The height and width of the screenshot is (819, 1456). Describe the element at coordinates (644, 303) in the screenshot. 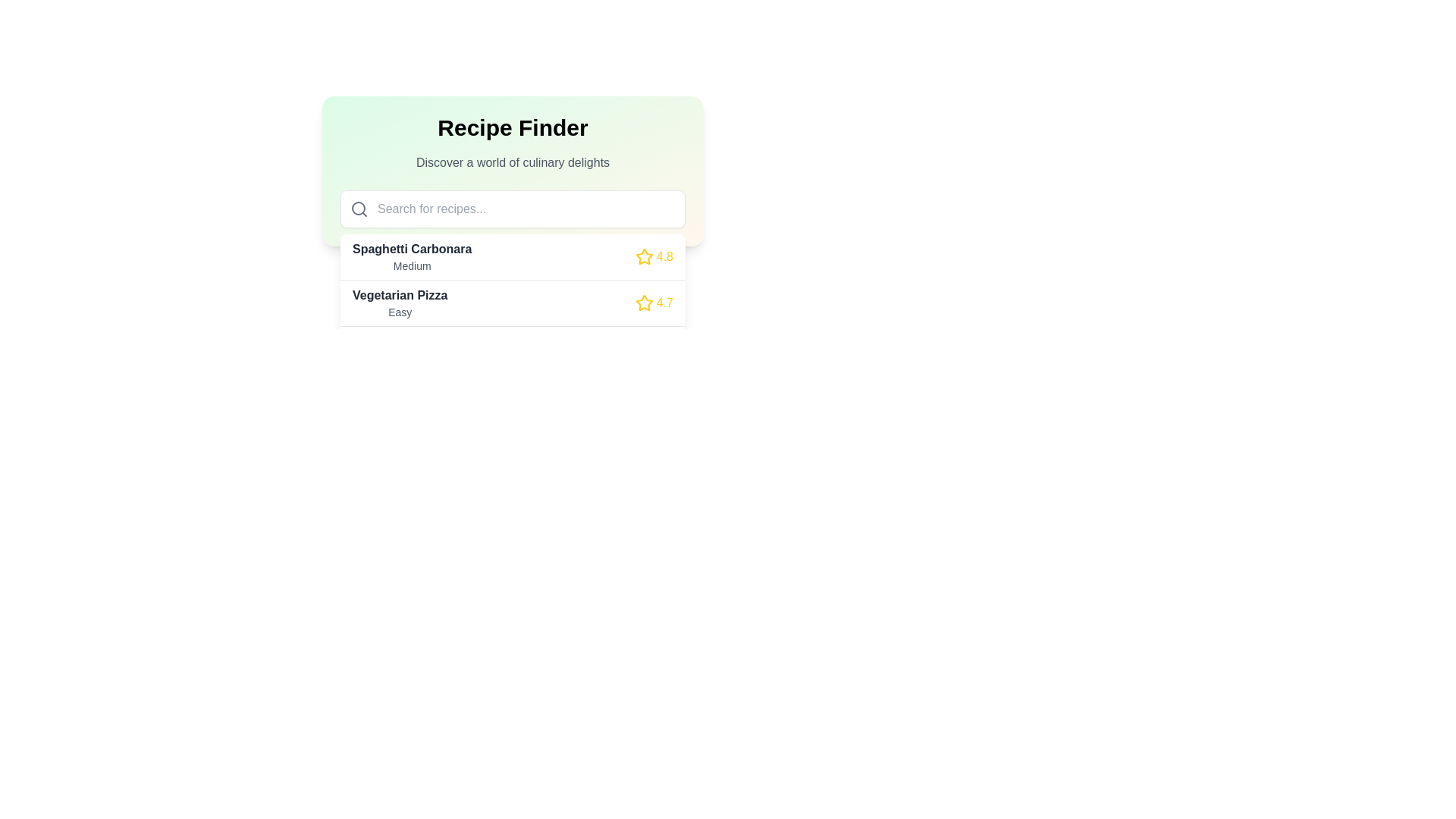

I see `the Star Icon that indicates the rating or favorite status for 'Vegetarian Pizza', located to the right of the second list item in the list view` at that location.